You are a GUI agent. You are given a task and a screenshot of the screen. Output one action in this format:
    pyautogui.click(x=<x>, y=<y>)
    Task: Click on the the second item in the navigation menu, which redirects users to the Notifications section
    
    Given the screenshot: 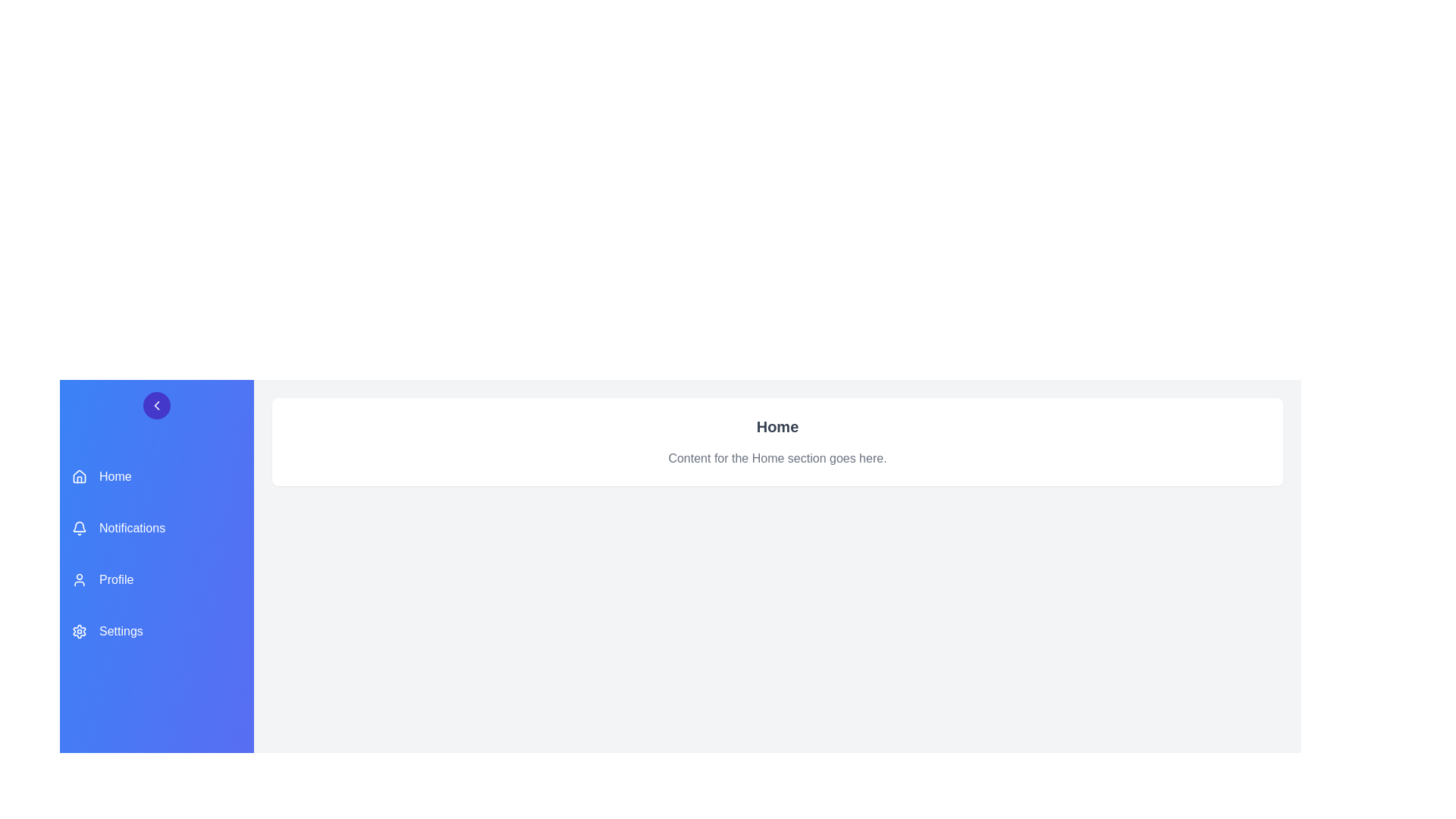 What is the action you would take?
    pyautogui.click(x=156, y=528)
    